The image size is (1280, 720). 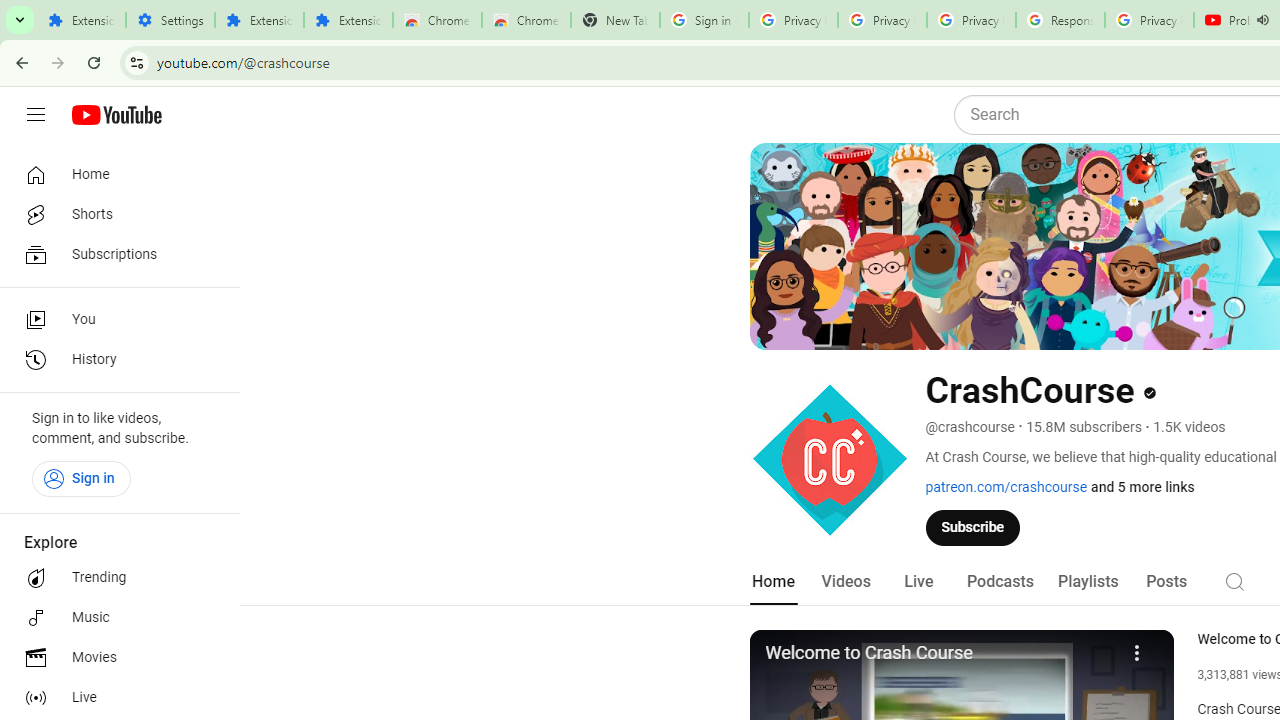 What do you see at coordinates (1087, 581) in the screenshot?
I see `'Playlists'` at bounding box center [1087, 581].